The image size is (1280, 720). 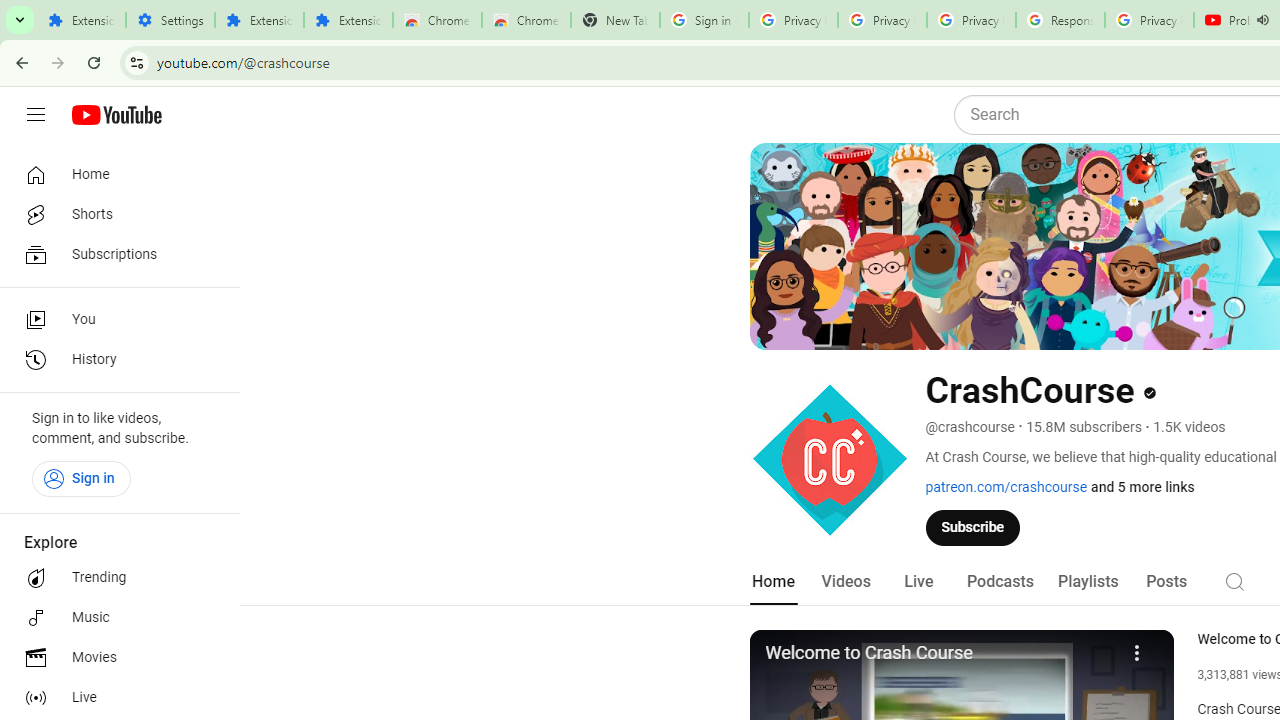 What do you see at coordinates (1087, 581) in the screenshot?
I see `'Playlists'` at bounding box center [1087, 581].